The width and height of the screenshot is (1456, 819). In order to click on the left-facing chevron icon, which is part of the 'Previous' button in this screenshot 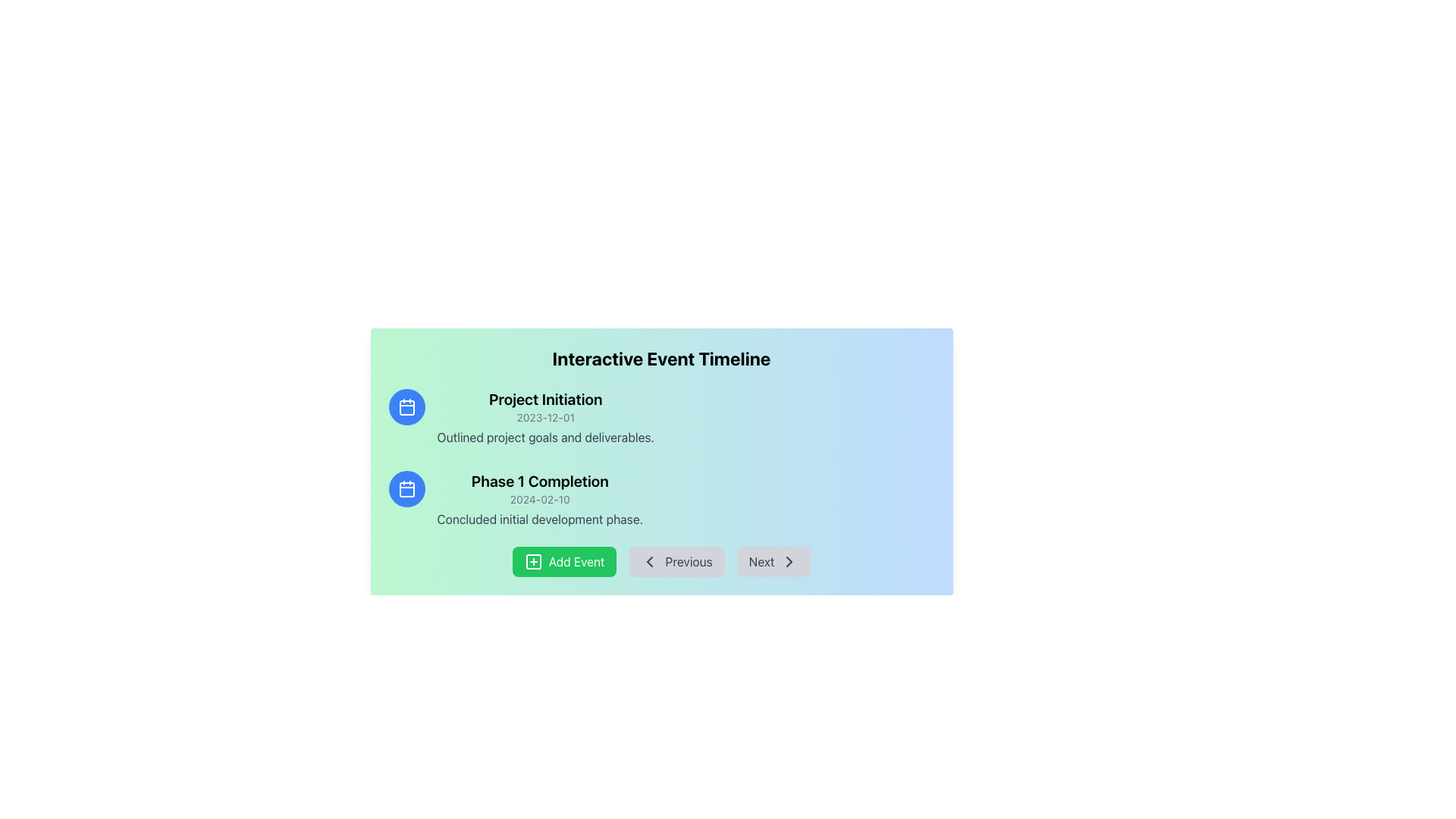, I will do `click(650, 561)`.